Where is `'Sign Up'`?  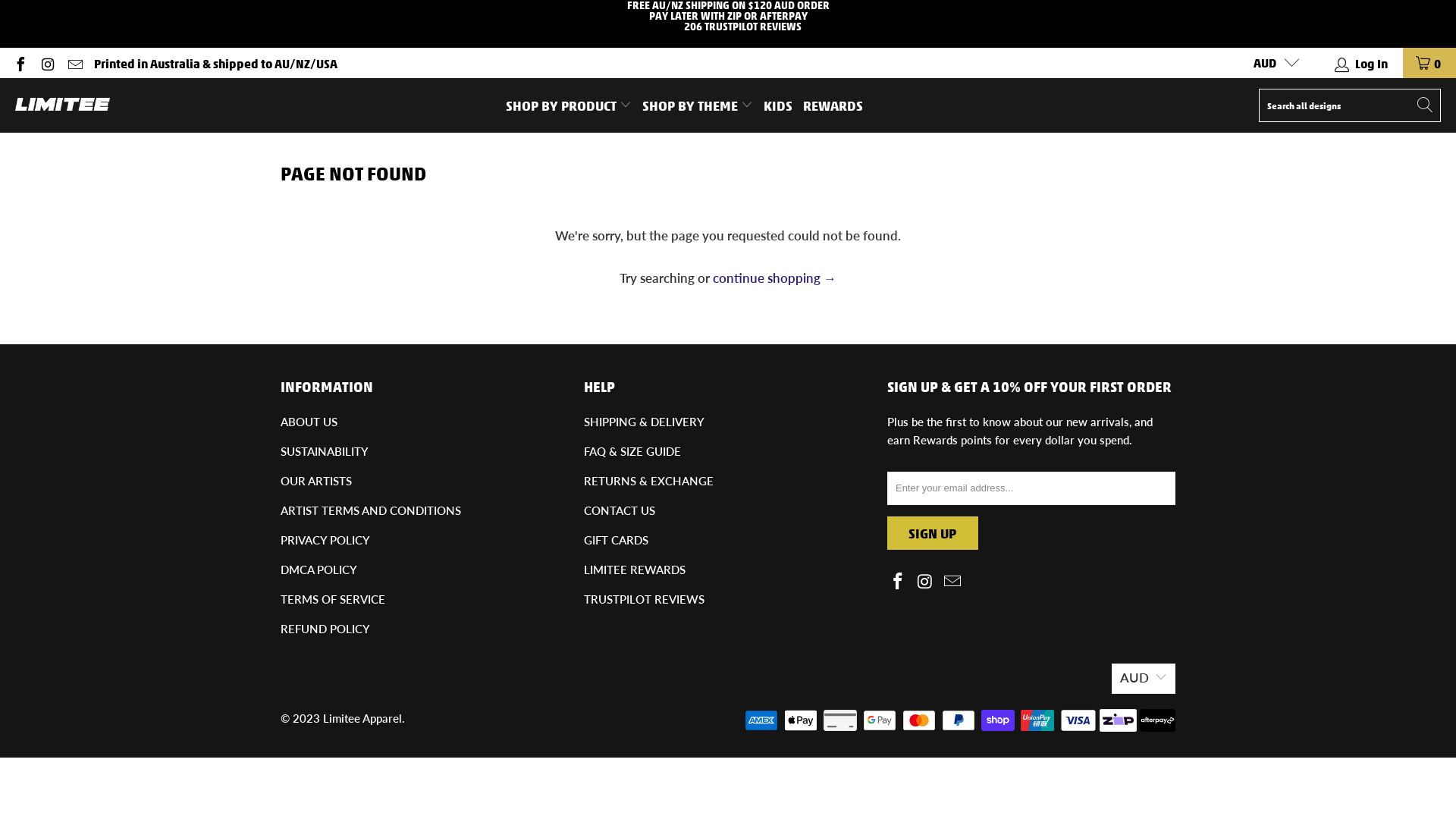
'Sign Up' is located at coordinates (931, 532).